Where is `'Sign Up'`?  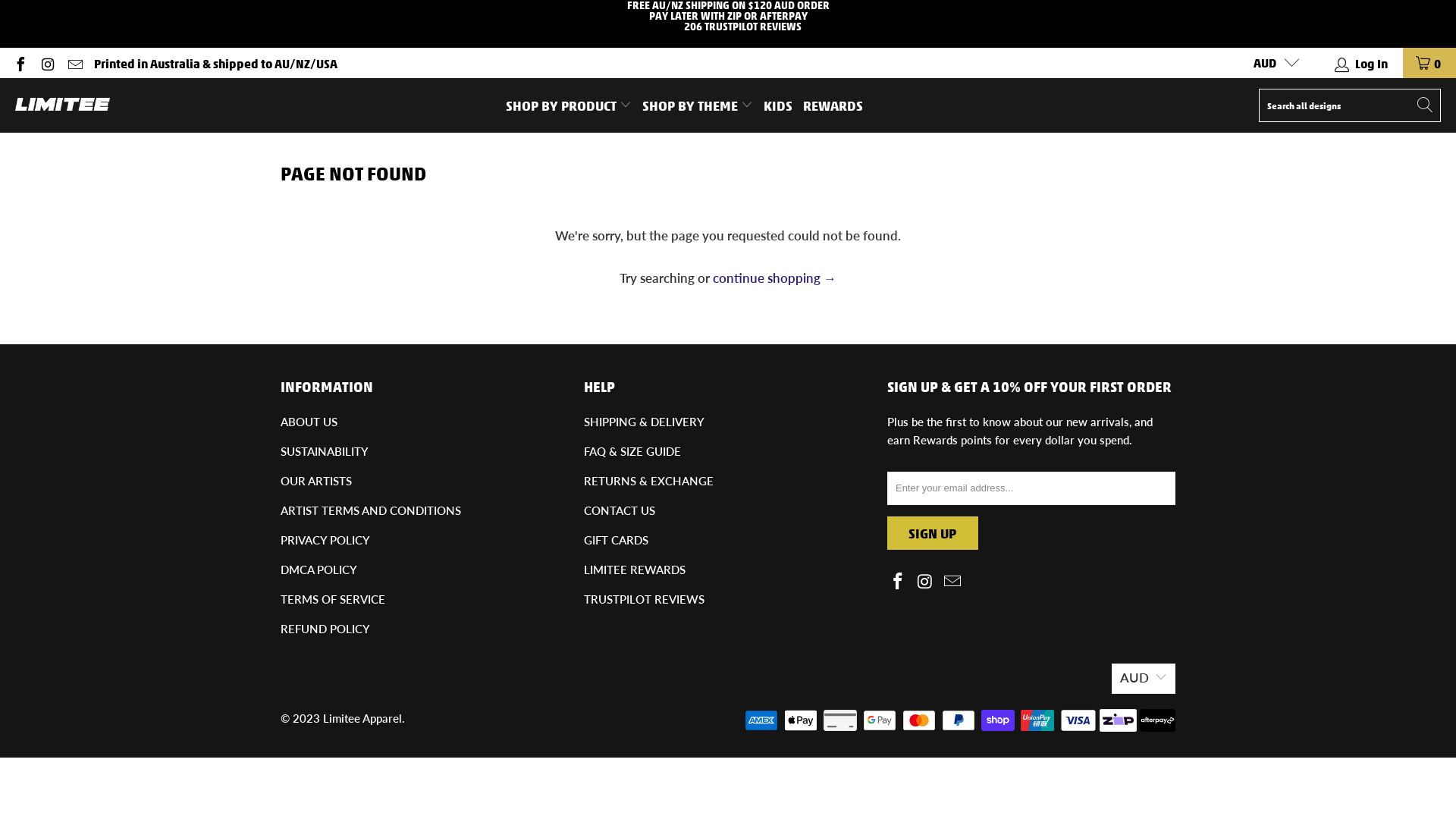
'Sign Up' is located at coordinates (931, 532).